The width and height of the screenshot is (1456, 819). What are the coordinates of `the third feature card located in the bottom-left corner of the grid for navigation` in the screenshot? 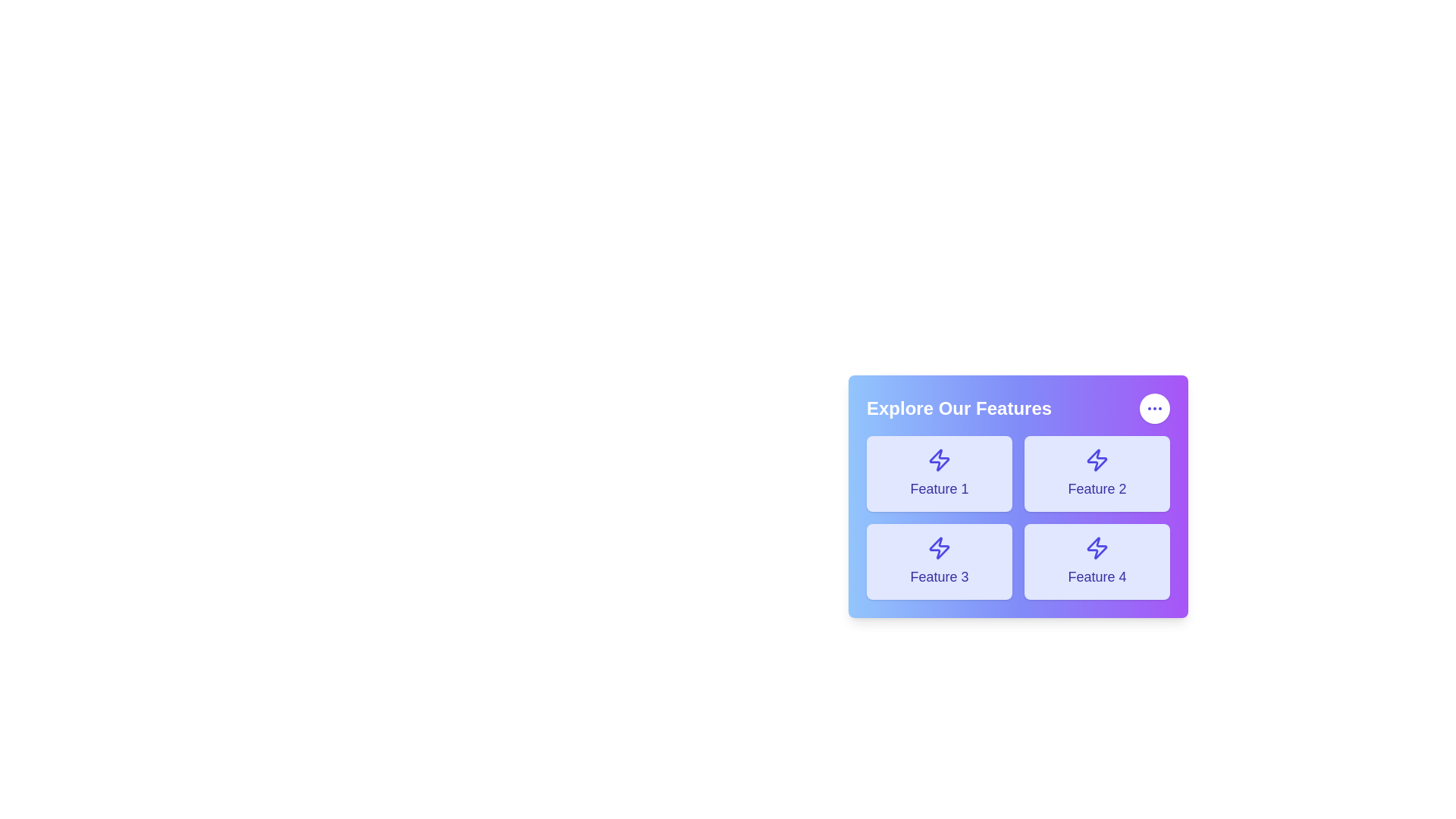 It's located at (938, 561).